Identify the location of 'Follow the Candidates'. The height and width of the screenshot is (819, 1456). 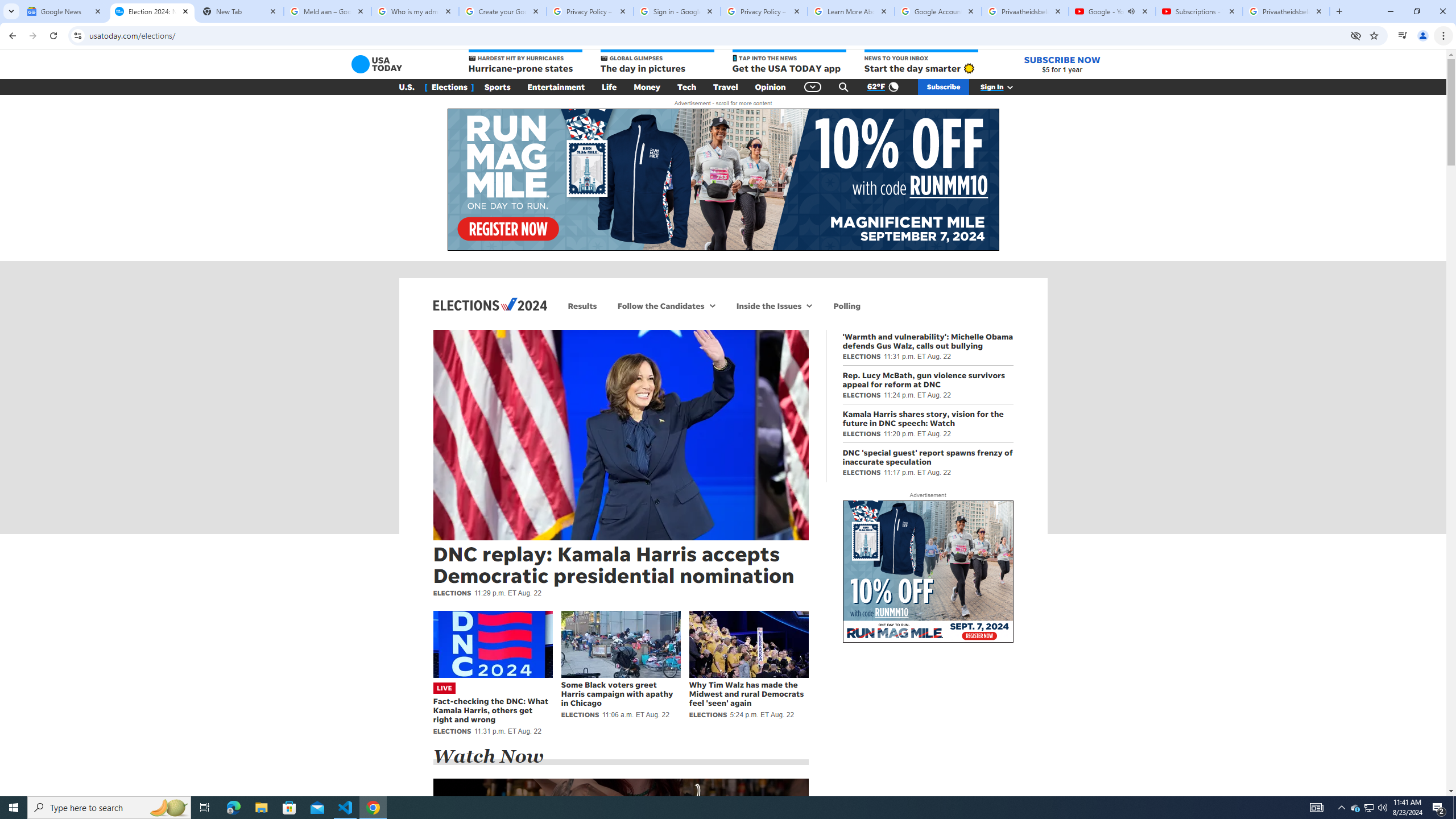
(658, 305).